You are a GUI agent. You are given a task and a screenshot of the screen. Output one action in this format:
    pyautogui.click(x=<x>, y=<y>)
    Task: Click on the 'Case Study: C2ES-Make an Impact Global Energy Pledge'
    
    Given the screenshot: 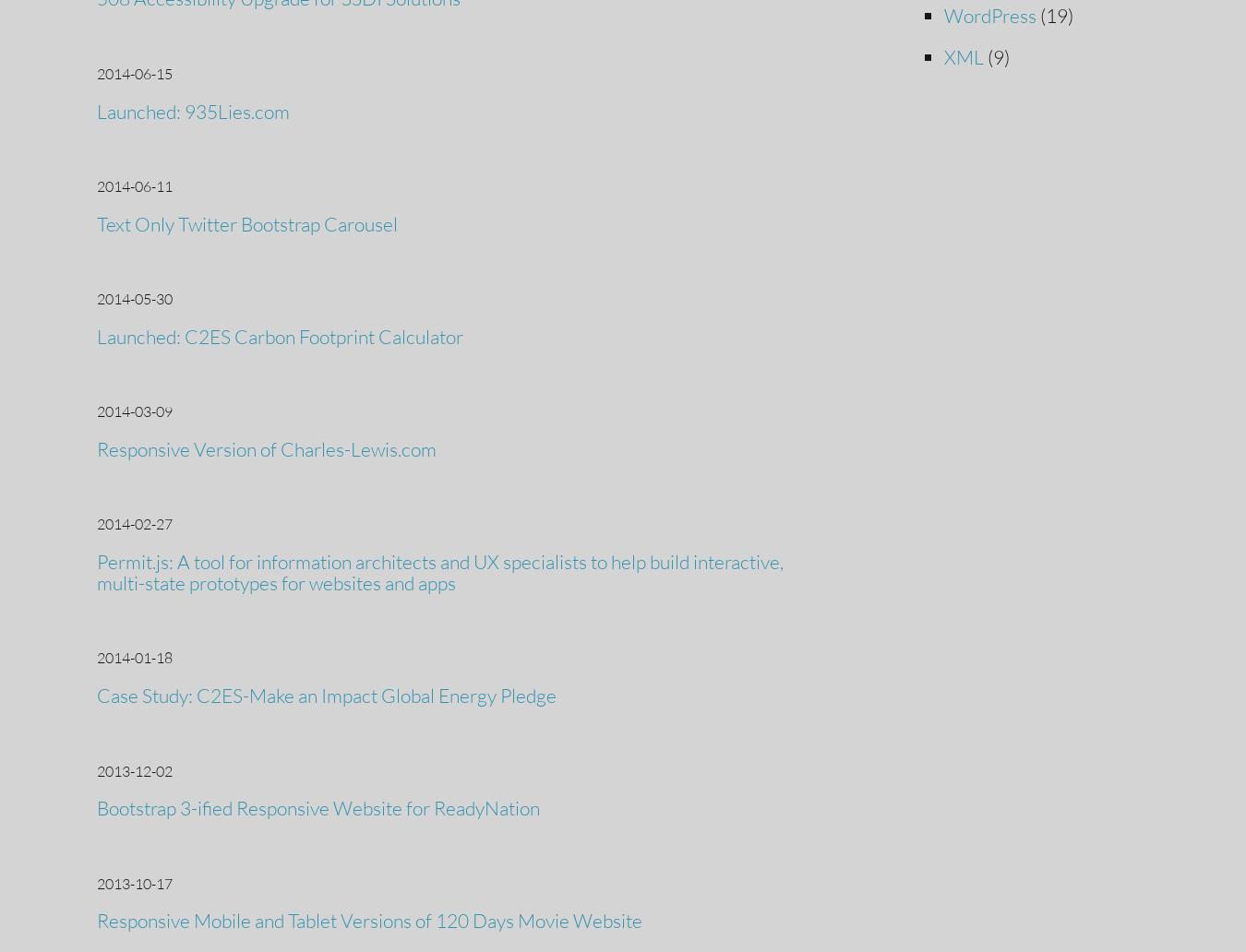 What is the action you would take?
    pyautogui.click(x=326, y=694)
    